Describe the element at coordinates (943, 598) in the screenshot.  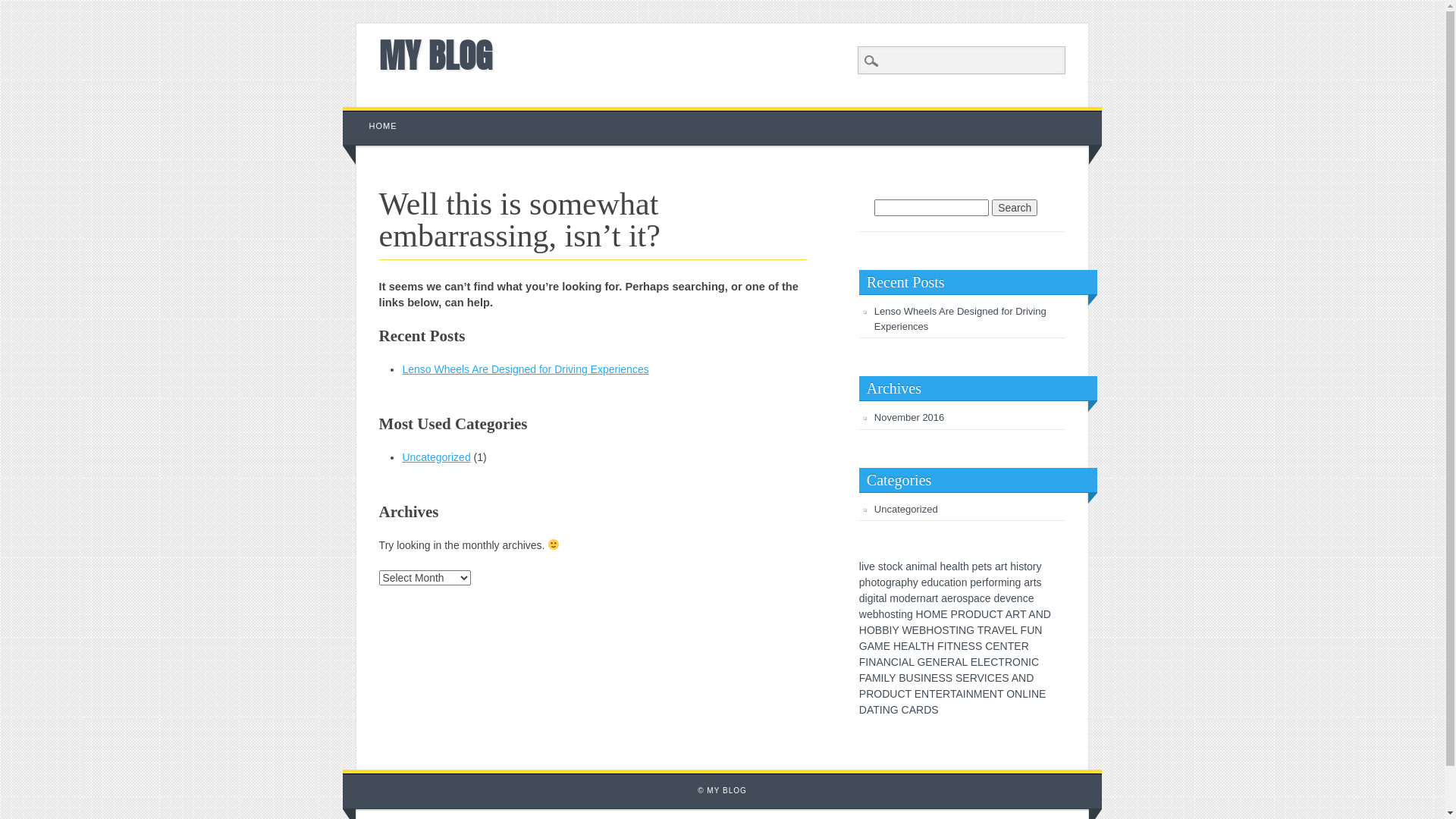
I see `'a'` at that location.